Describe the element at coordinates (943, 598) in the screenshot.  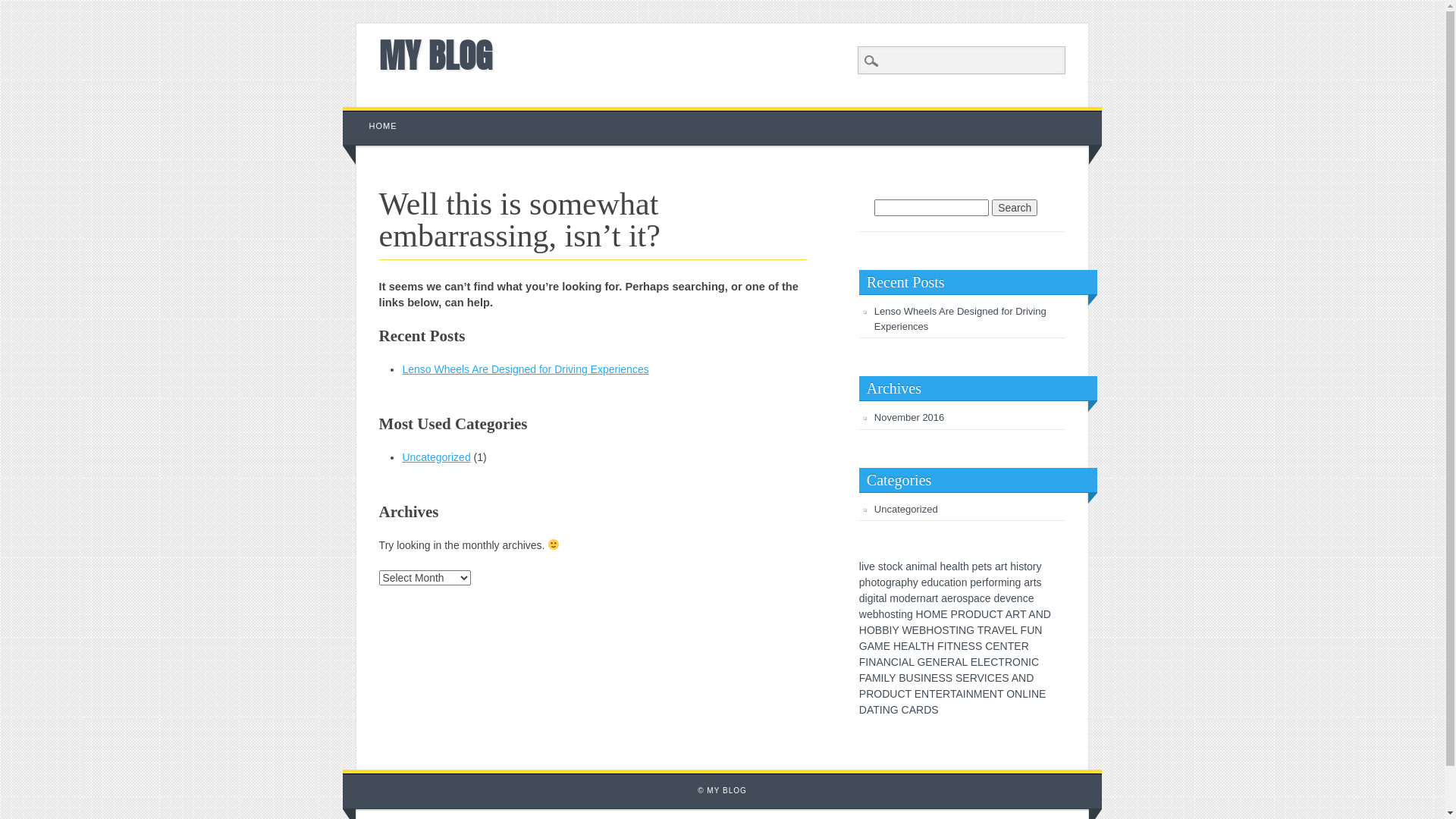
I see `'a'` at that location.